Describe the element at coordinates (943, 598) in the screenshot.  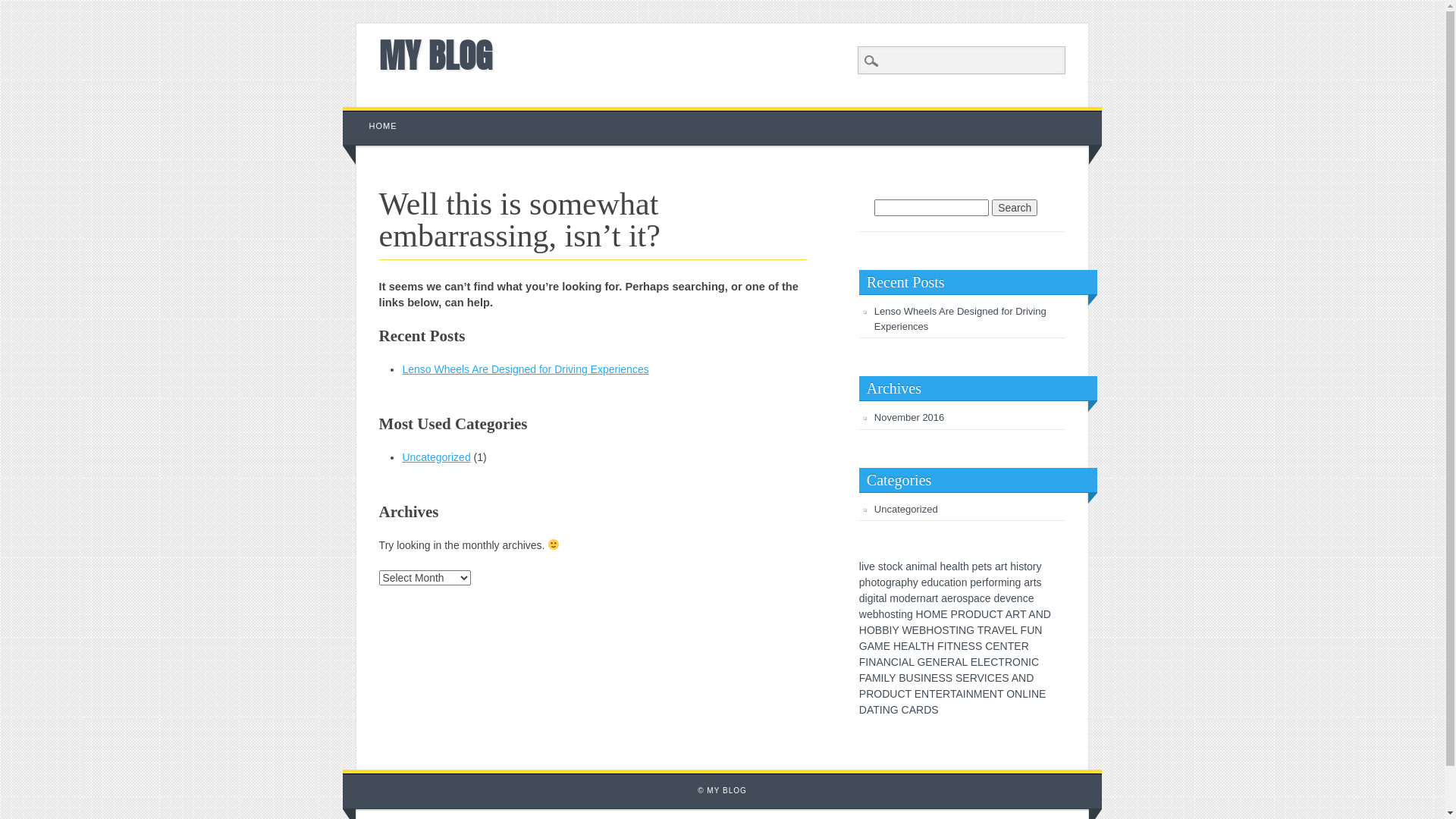
I see `'a'` at that location.